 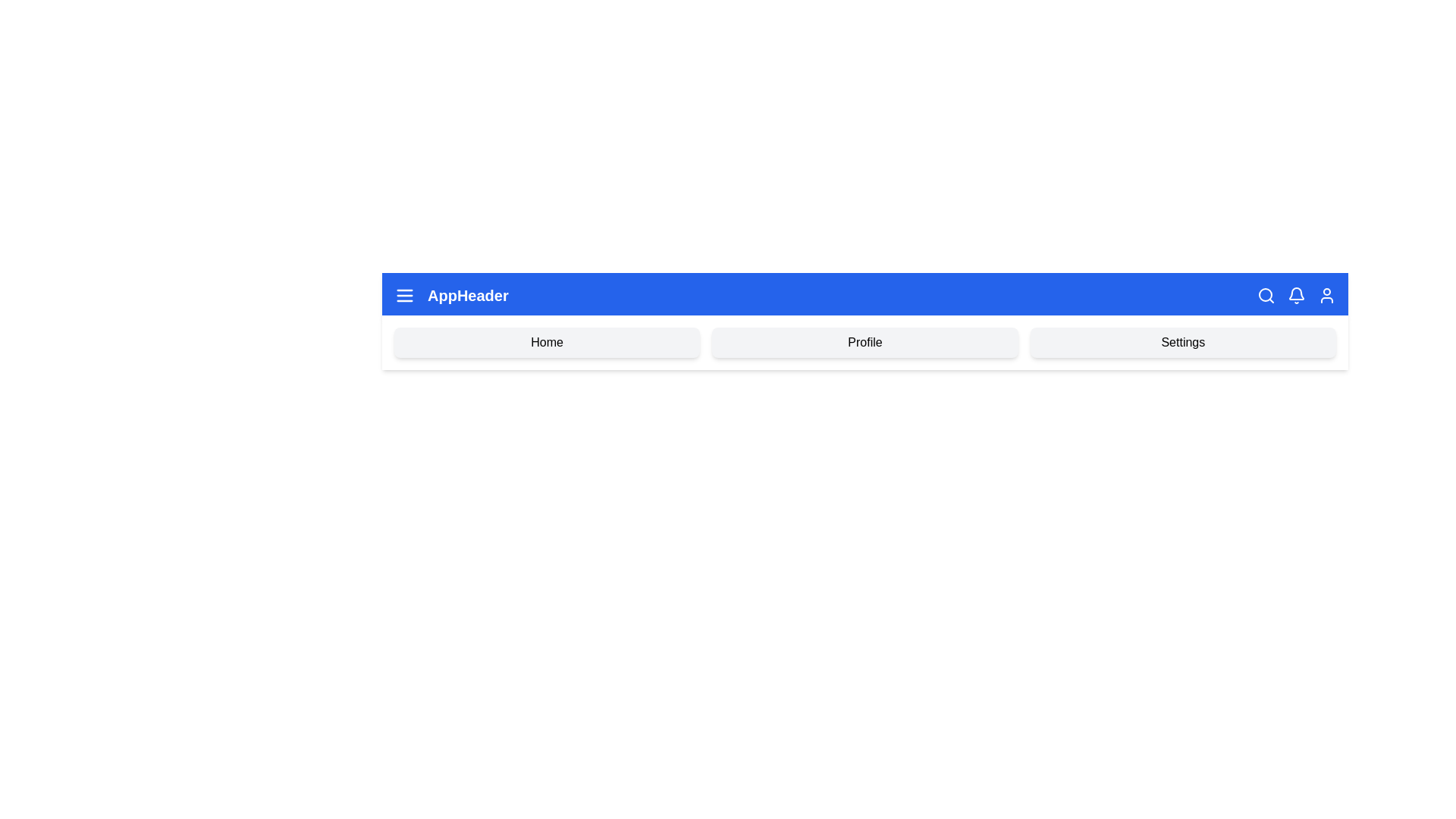 I want to click on the 'Profile' button to navigate to the 'Profile' section, so click(x=864, y=342).